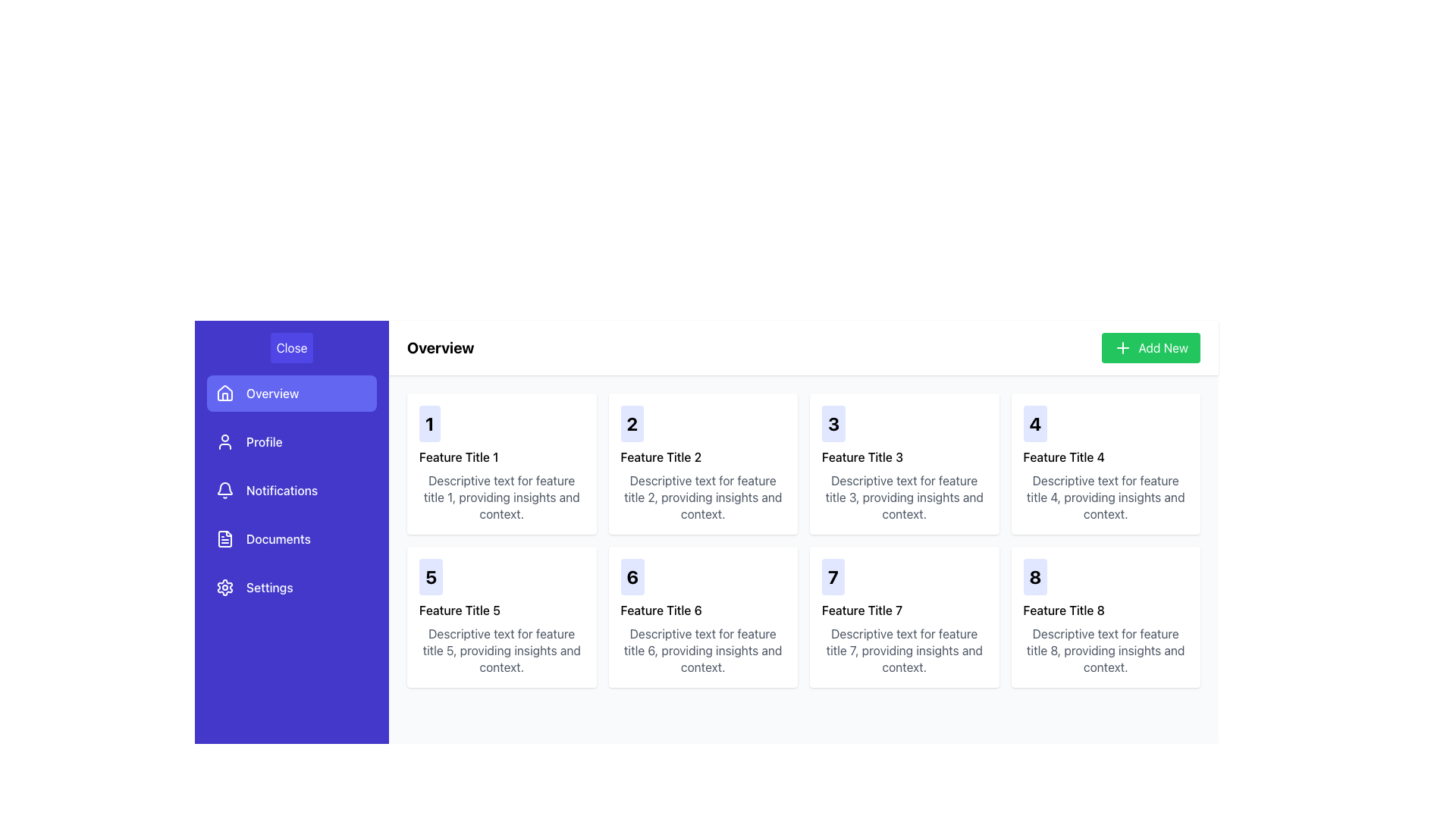 The image size is (1456, 819). I want to click on the label indicating the order or number of the feature, located in the top-left corner above 'Feature Title 1', so click(428, 424).